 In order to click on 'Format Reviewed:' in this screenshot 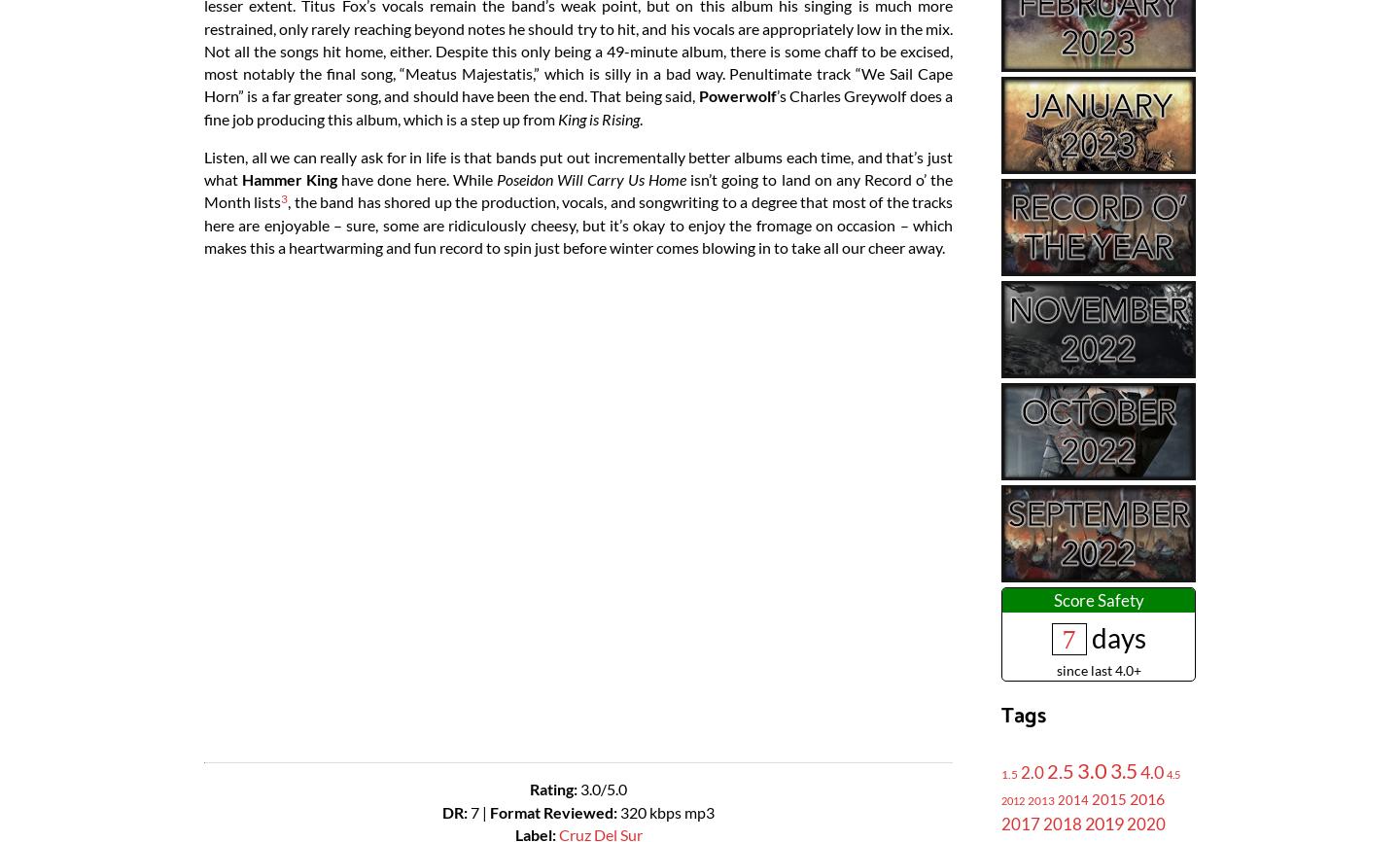, I will do `click(554, 810)`.